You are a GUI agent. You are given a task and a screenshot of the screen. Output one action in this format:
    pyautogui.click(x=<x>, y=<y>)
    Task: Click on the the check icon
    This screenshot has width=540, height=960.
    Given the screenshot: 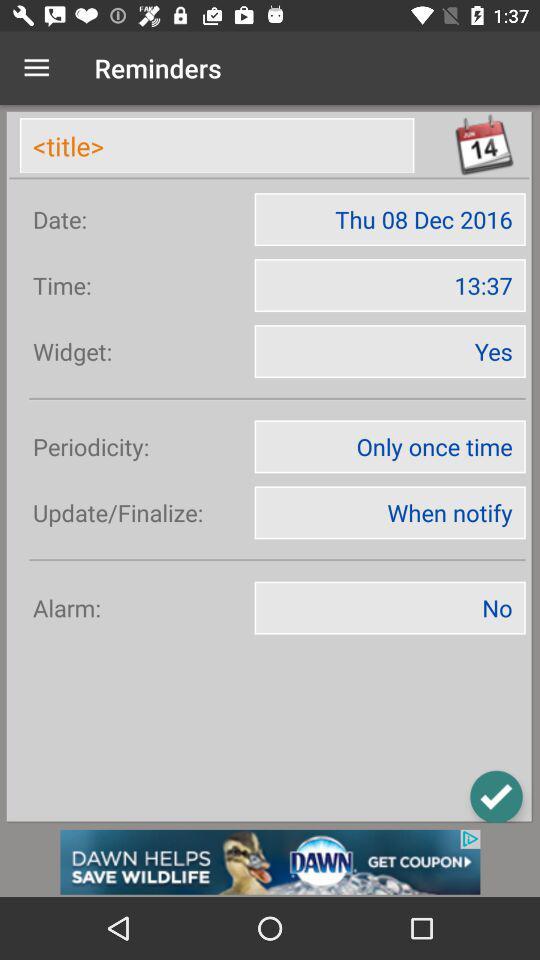 What is the action you would take?
    pyautogui.click(x=495, y=796)
    